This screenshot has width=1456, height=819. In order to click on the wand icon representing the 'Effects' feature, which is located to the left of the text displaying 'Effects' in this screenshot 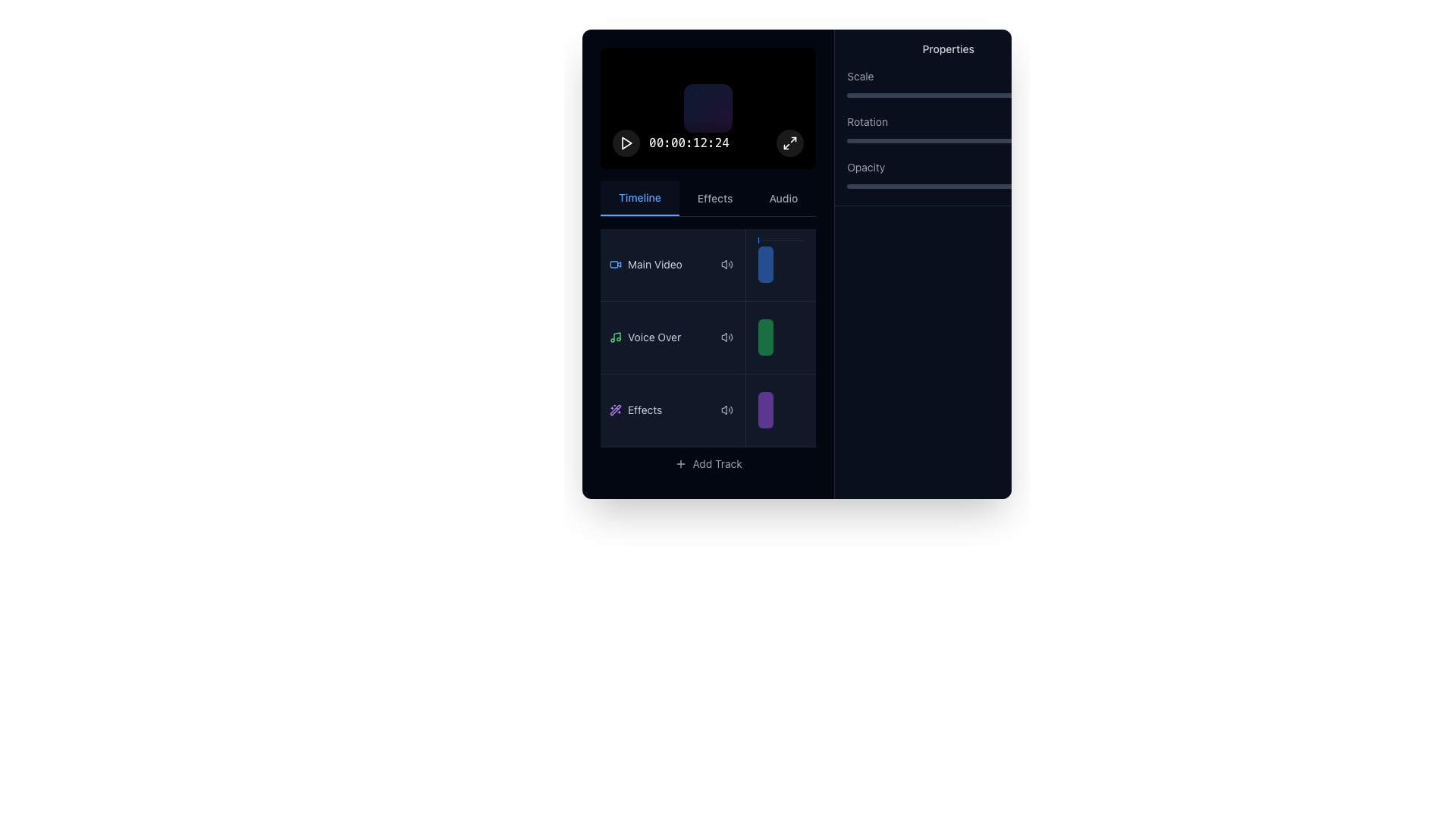, I will do `click(615, 409)`.